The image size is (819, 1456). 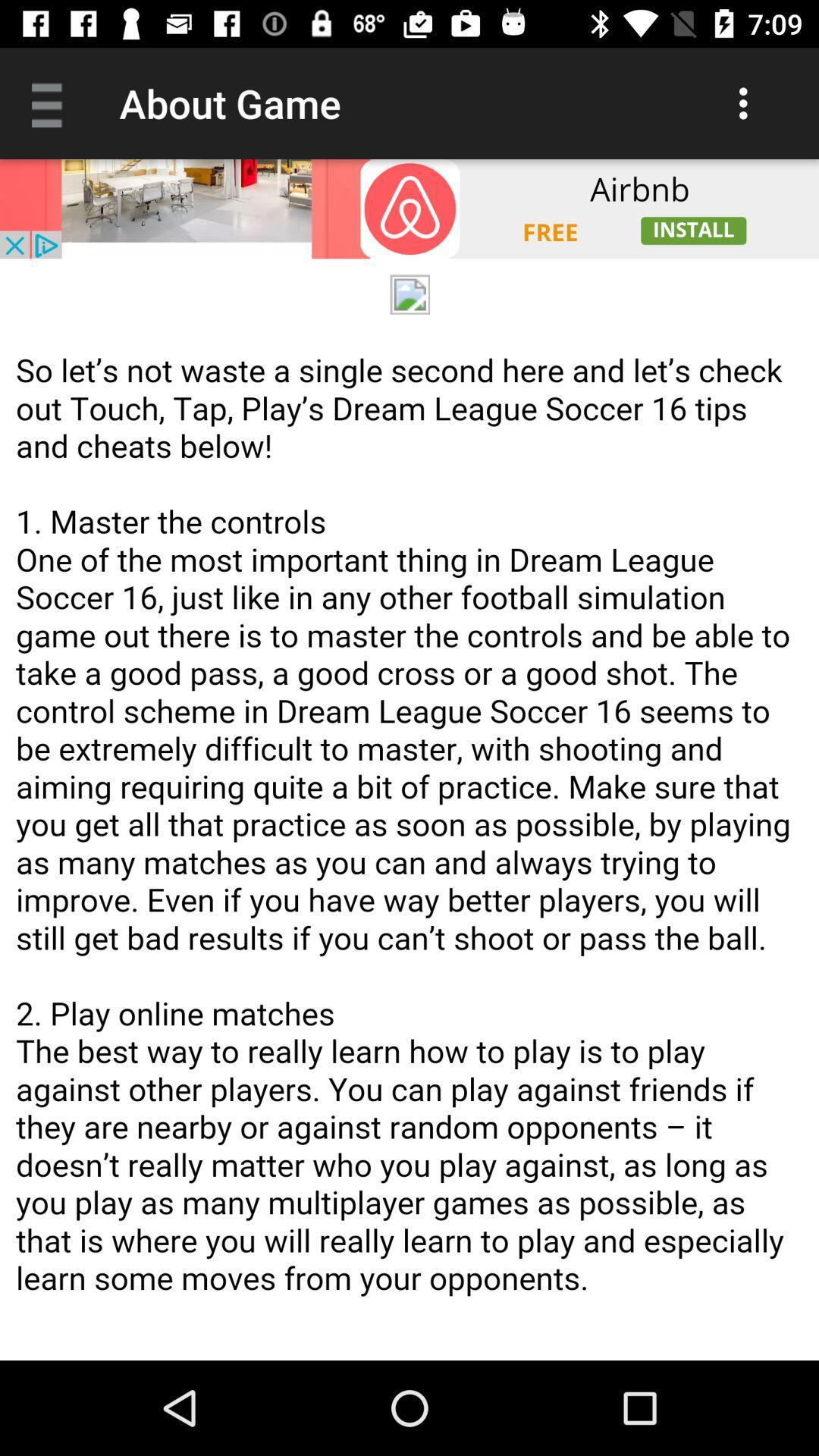 I want to click on install airbnb app, so click(x=409, y=208).